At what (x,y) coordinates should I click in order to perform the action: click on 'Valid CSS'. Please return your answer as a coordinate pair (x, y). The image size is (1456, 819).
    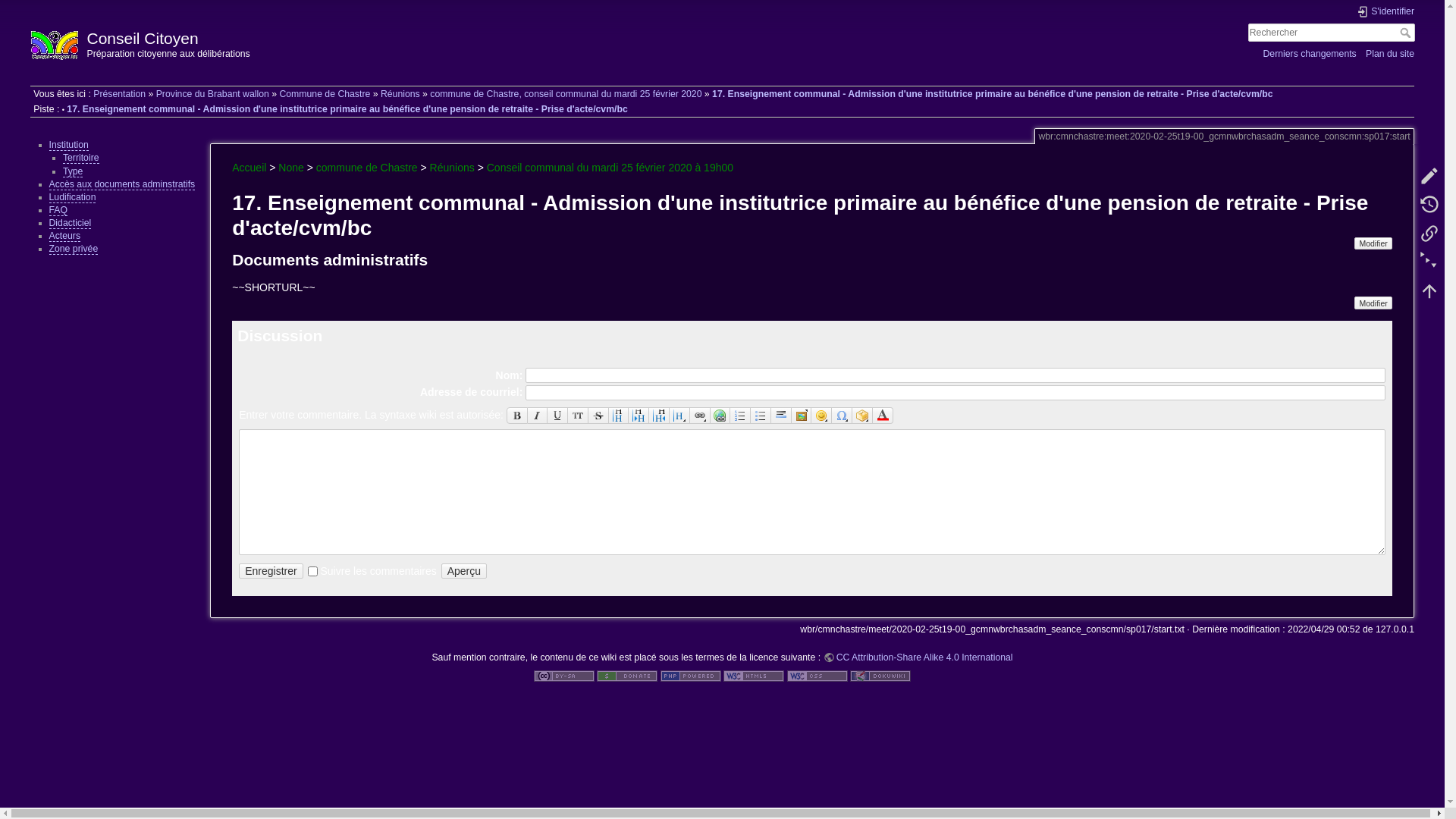
    Looking at the image, I should click on (817, 674).